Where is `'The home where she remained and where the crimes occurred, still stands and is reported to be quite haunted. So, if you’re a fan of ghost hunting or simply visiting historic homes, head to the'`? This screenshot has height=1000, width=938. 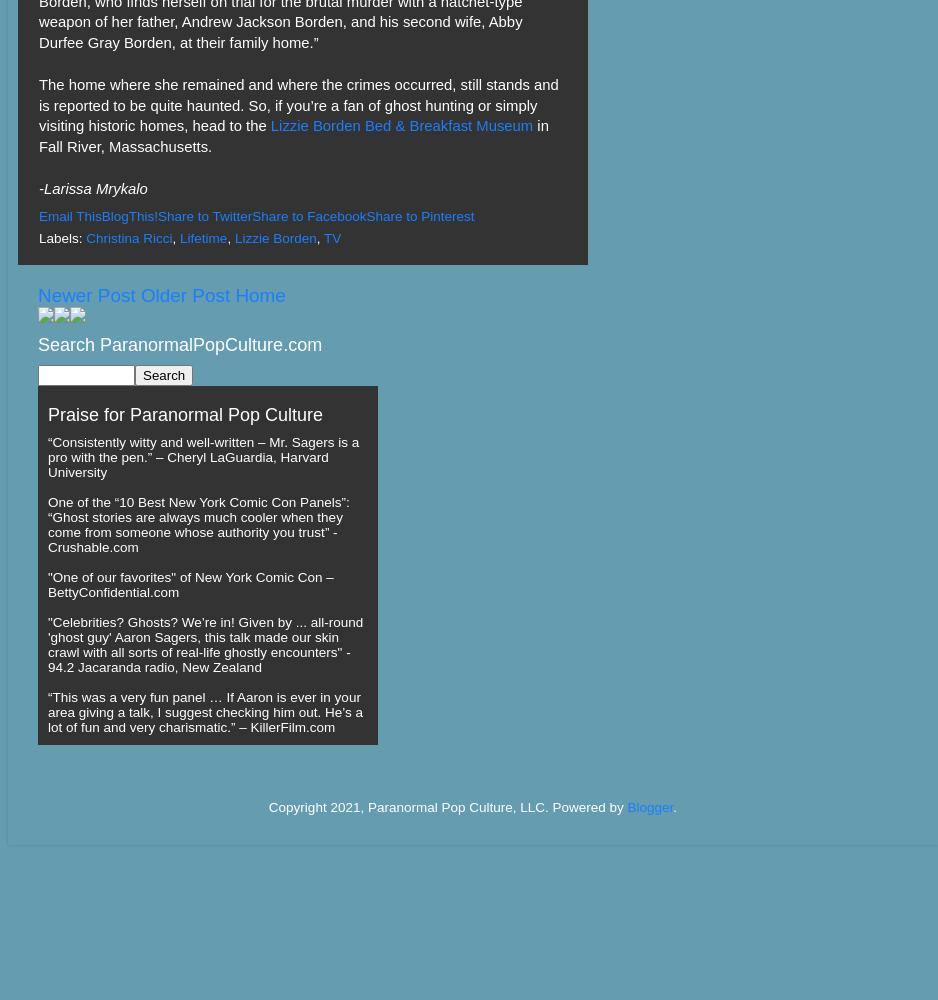
'The home where she remained and where the crimes occurred, still stands and is reported to be quite haunted. So, if you’re a fan of ghost hunting or simply visiting historic homes, head to the' is located at coordinates (298, 104).